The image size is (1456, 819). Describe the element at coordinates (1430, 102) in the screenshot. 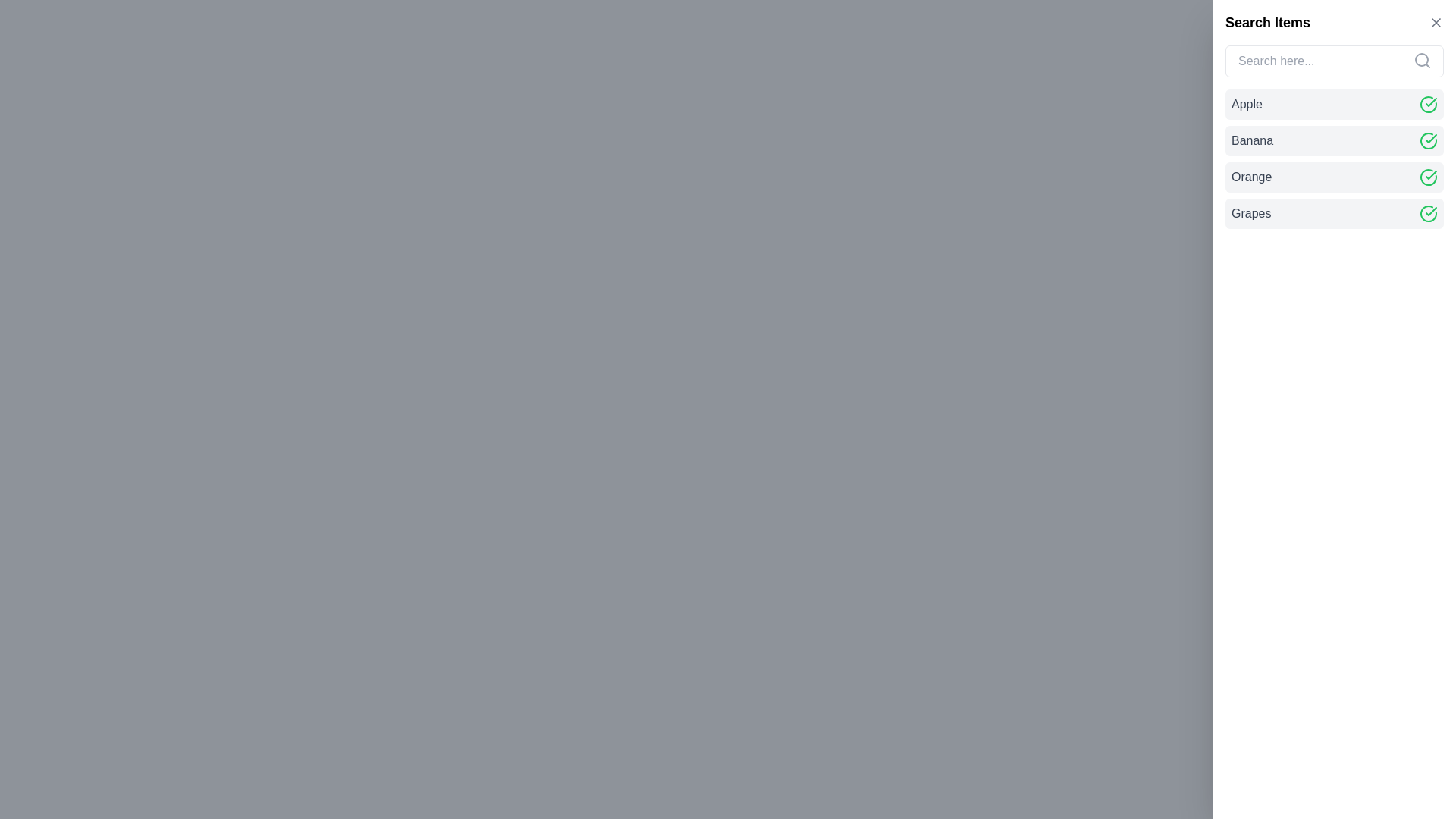

I see `the green check mark icon within the circular outline located next to the text 'Apple' in the 'Search Items' list on the right sidebar` at that location.